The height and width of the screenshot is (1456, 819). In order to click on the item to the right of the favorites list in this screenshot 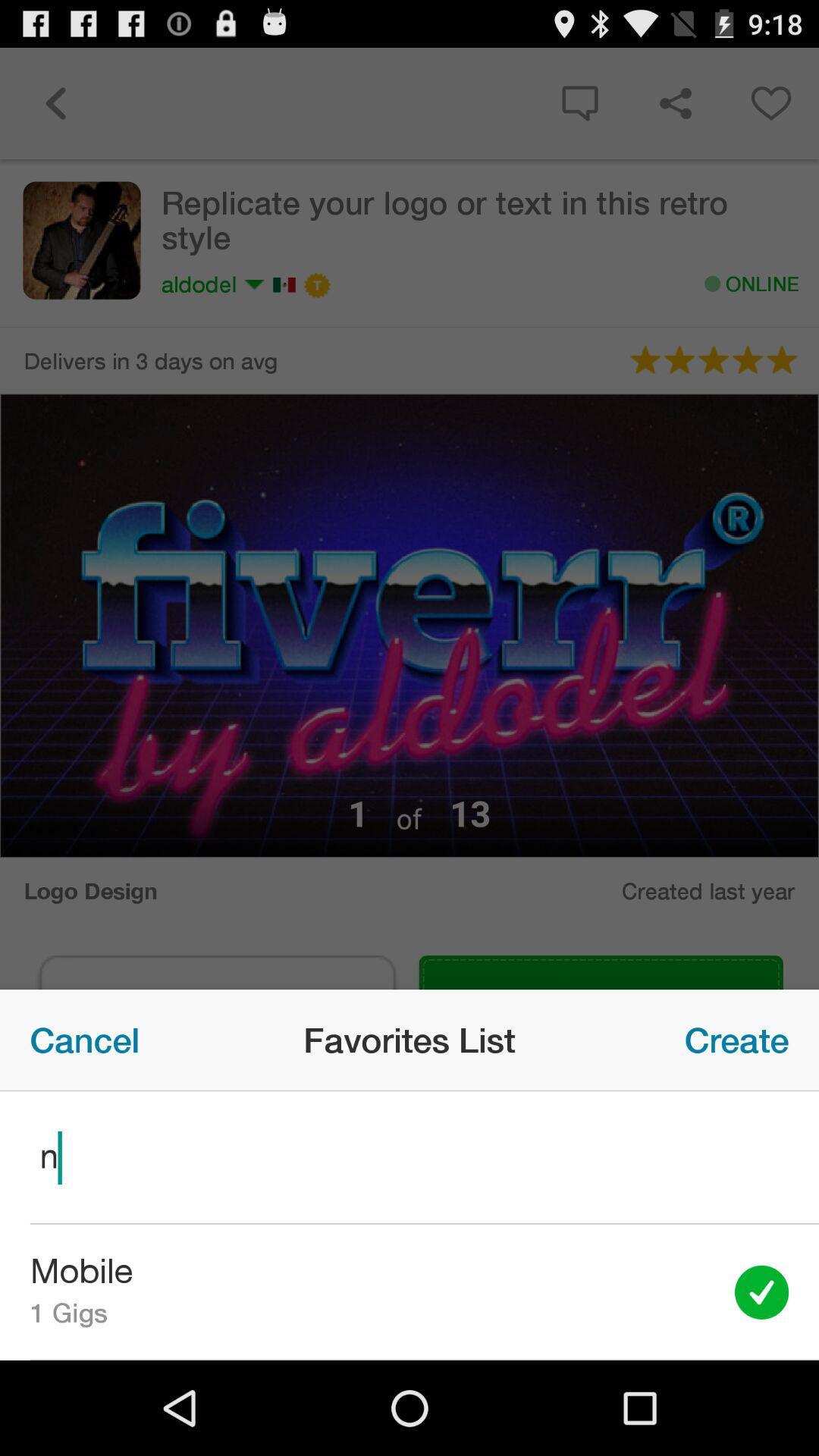, I will do `click(736, 1039)`.